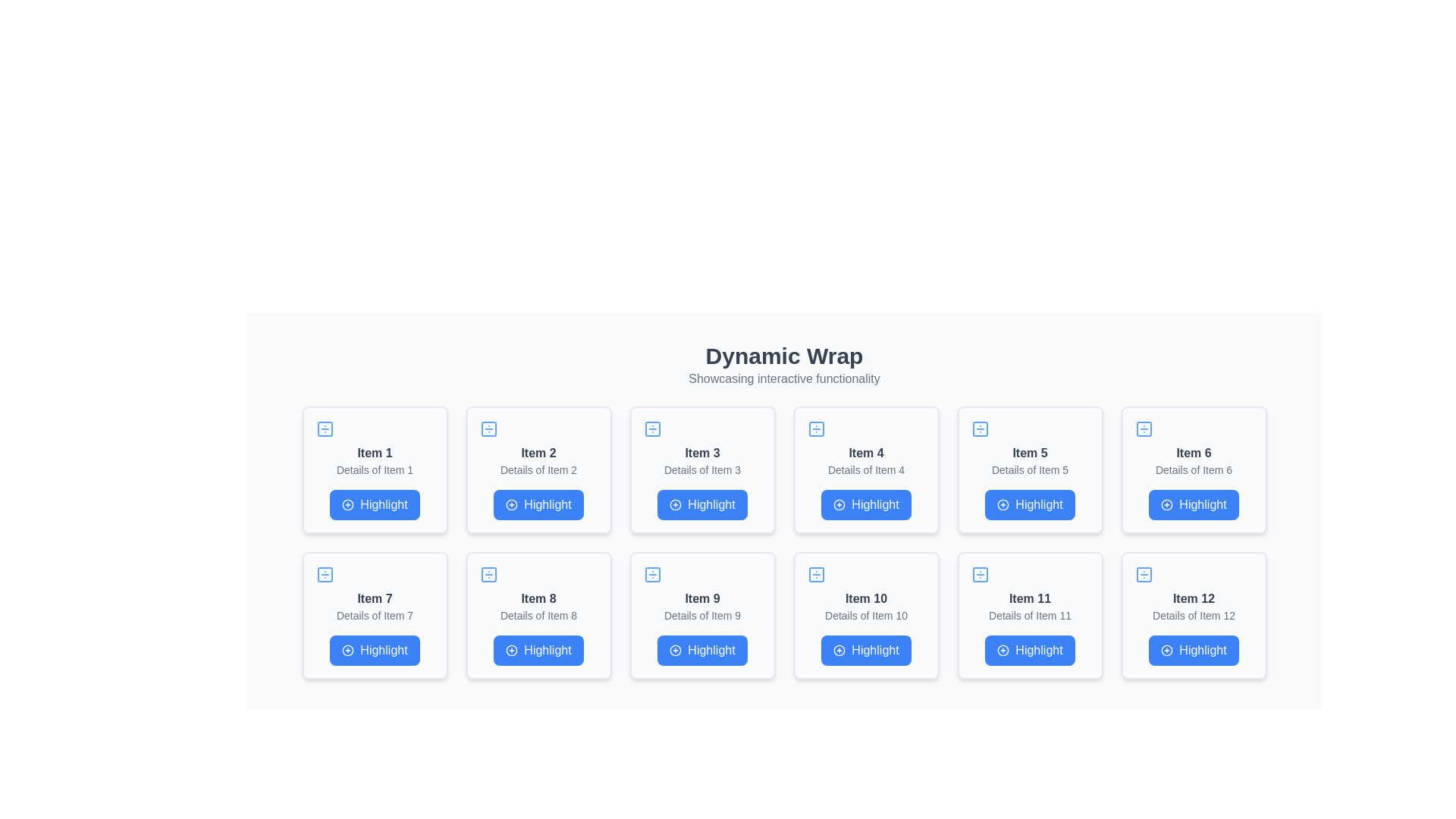 The width and height of the screenshot is (1456, 819). Describe the element at coordinates (1166, 649) in the screenshot. I see `the SVG Circle that is part of the circular plus icon located near the bottom-right corner of the layout, adjacent to the 'Highlight' button of 'Item 12'` at that location.